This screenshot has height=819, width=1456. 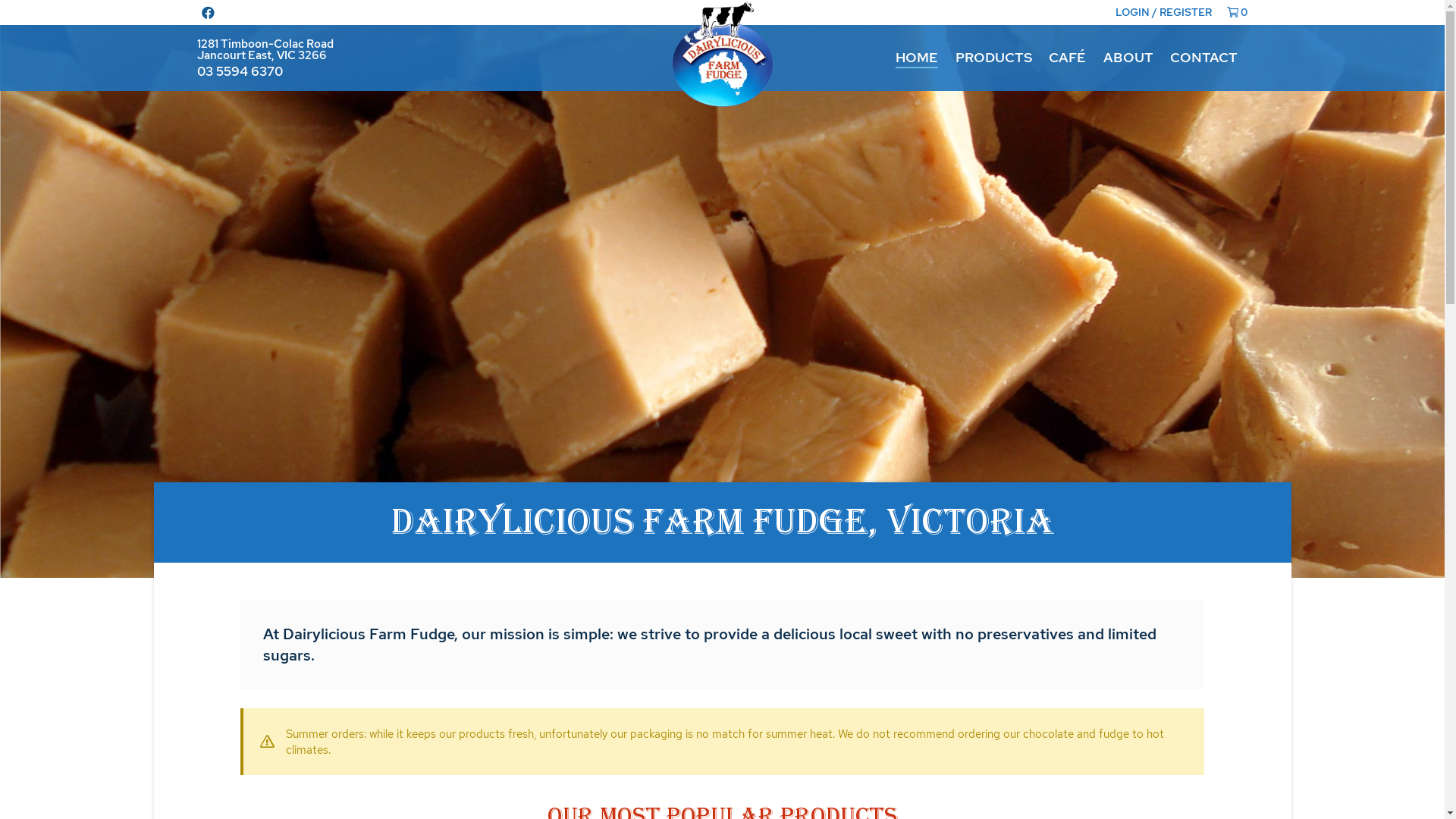 What do you see at coordinates (916, 57) in the screenshot?
I see `'HOME'` at bounding box center [916, 57].